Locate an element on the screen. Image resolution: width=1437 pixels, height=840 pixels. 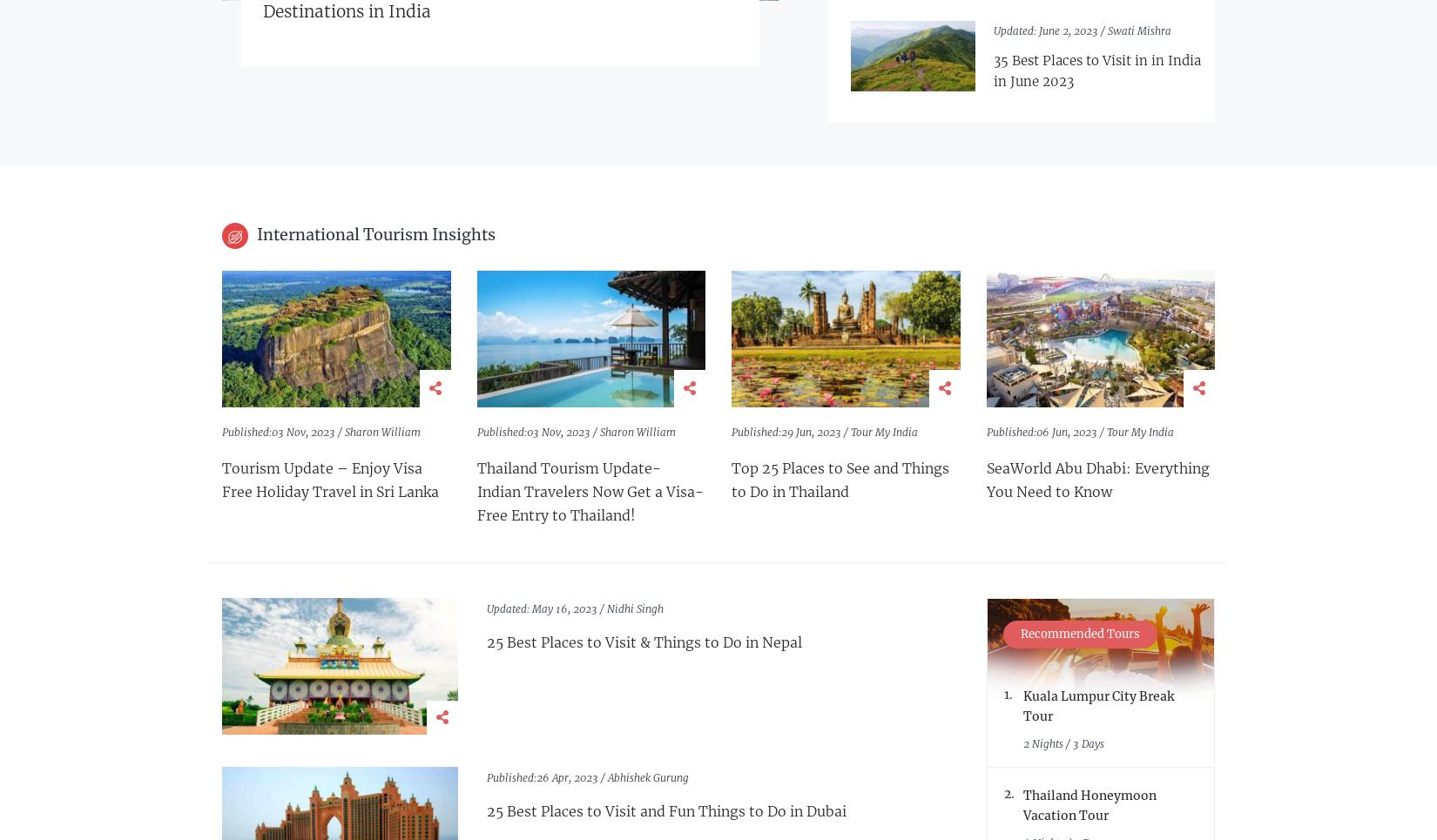
'29 Jun, 2023 /' is located at coordinates (816, 431).